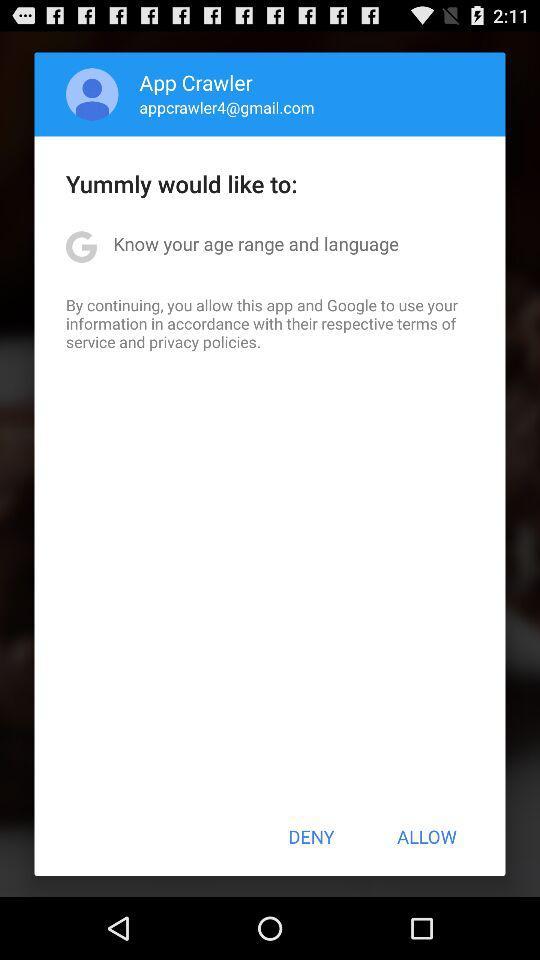 The width and height of the screenshot is (540, 960). I want to click on know your age app, so click(256, 242).